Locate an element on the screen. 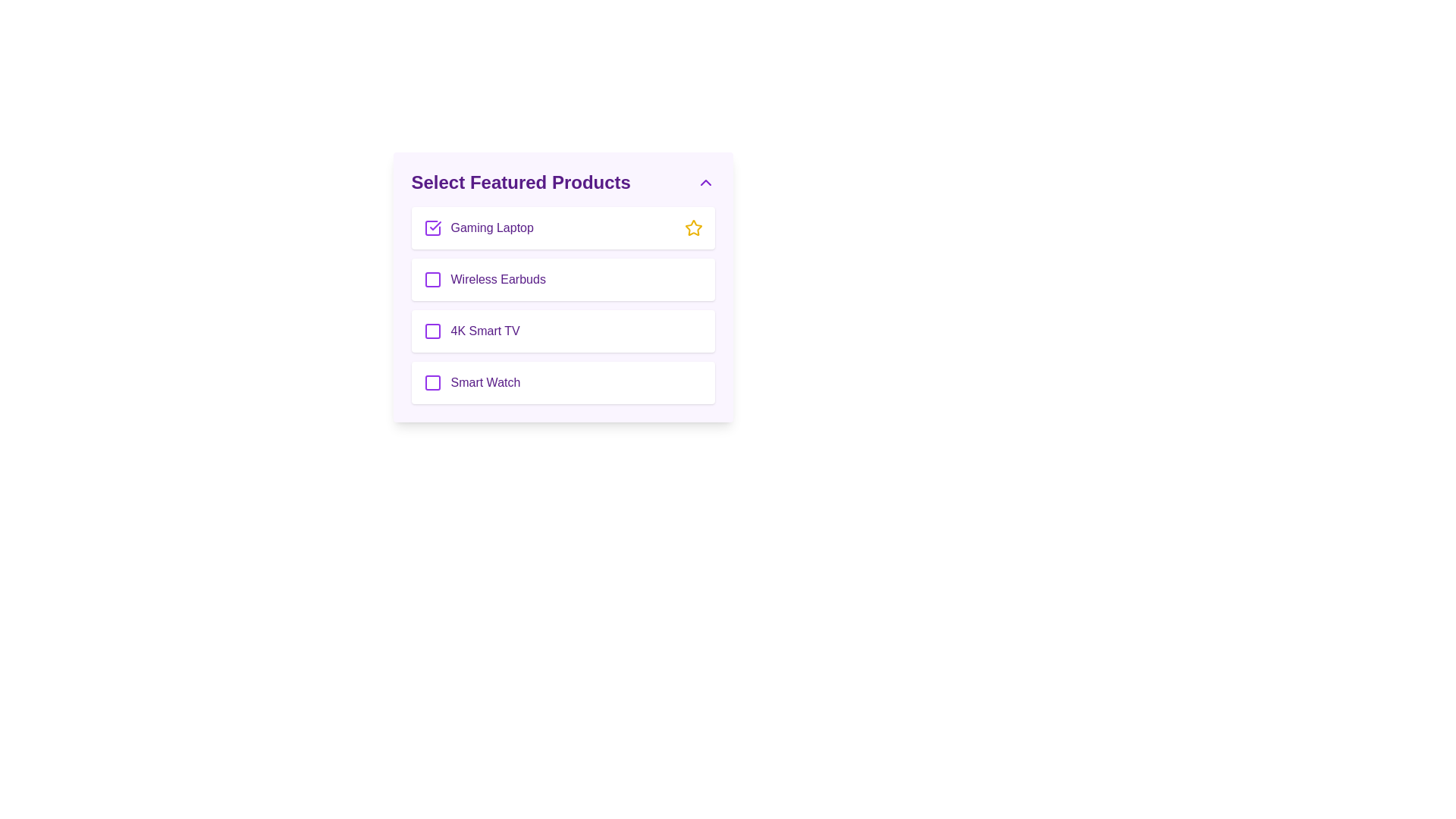 Image resolution: width=1456 pixels, height=819 pixels. the purple checkbox representing the selectable box in the fourth position of the 'Select Featured Products' list is located at coordinates (431, 382).